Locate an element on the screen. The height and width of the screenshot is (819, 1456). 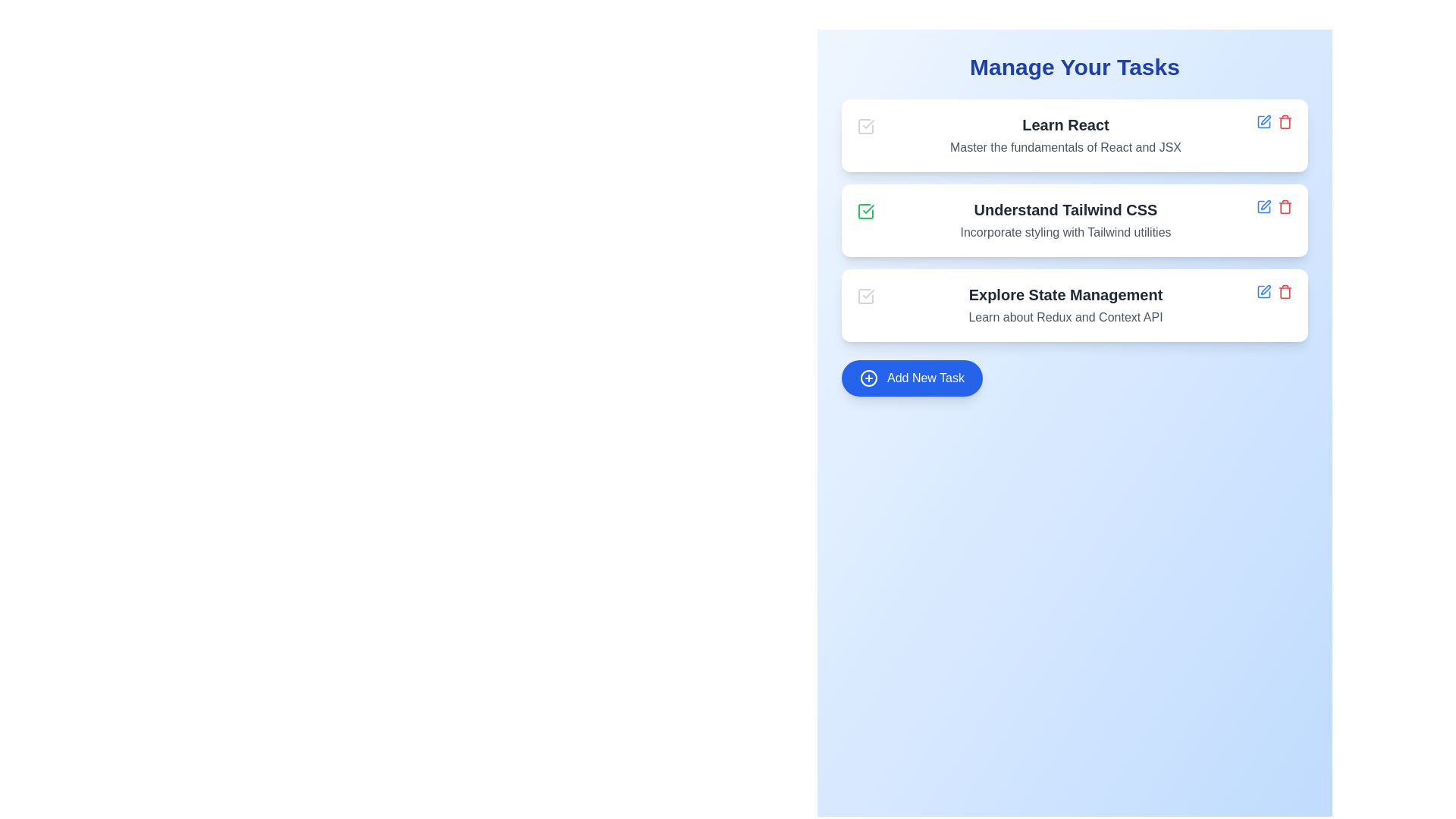
the Text display located in the third row of the task list, which provides information about state management, Redux, and Context API is located at coordinates (1065, 305).